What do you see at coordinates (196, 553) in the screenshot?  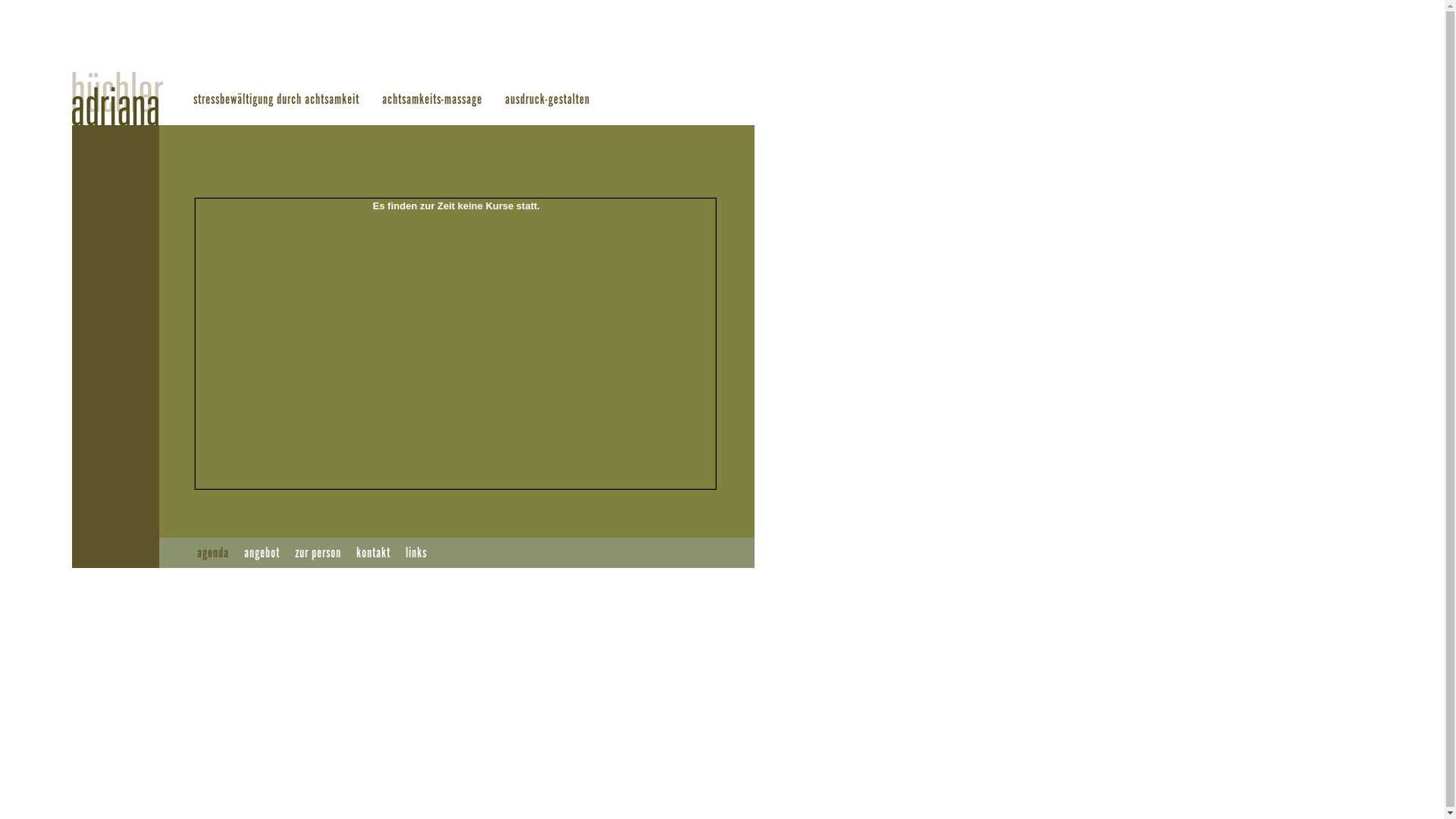 I see `'agenda'` at bounding box center [196, 553].